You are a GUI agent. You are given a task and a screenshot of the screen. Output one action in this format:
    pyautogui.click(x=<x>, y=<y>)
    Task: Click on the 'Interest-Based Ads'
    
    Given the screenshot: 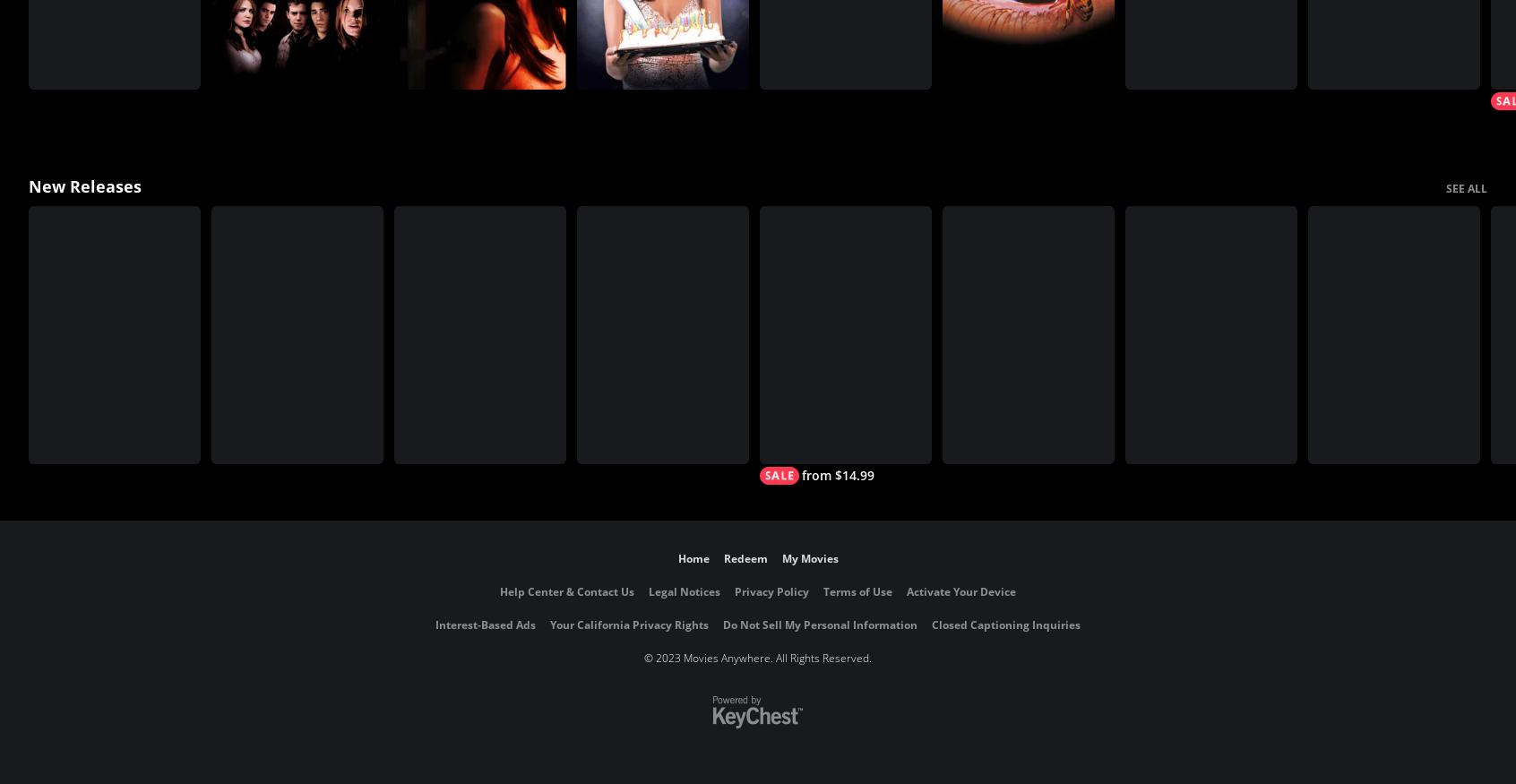 What is the action you would take?
    pyautogui.click(x=485, y=625)
    